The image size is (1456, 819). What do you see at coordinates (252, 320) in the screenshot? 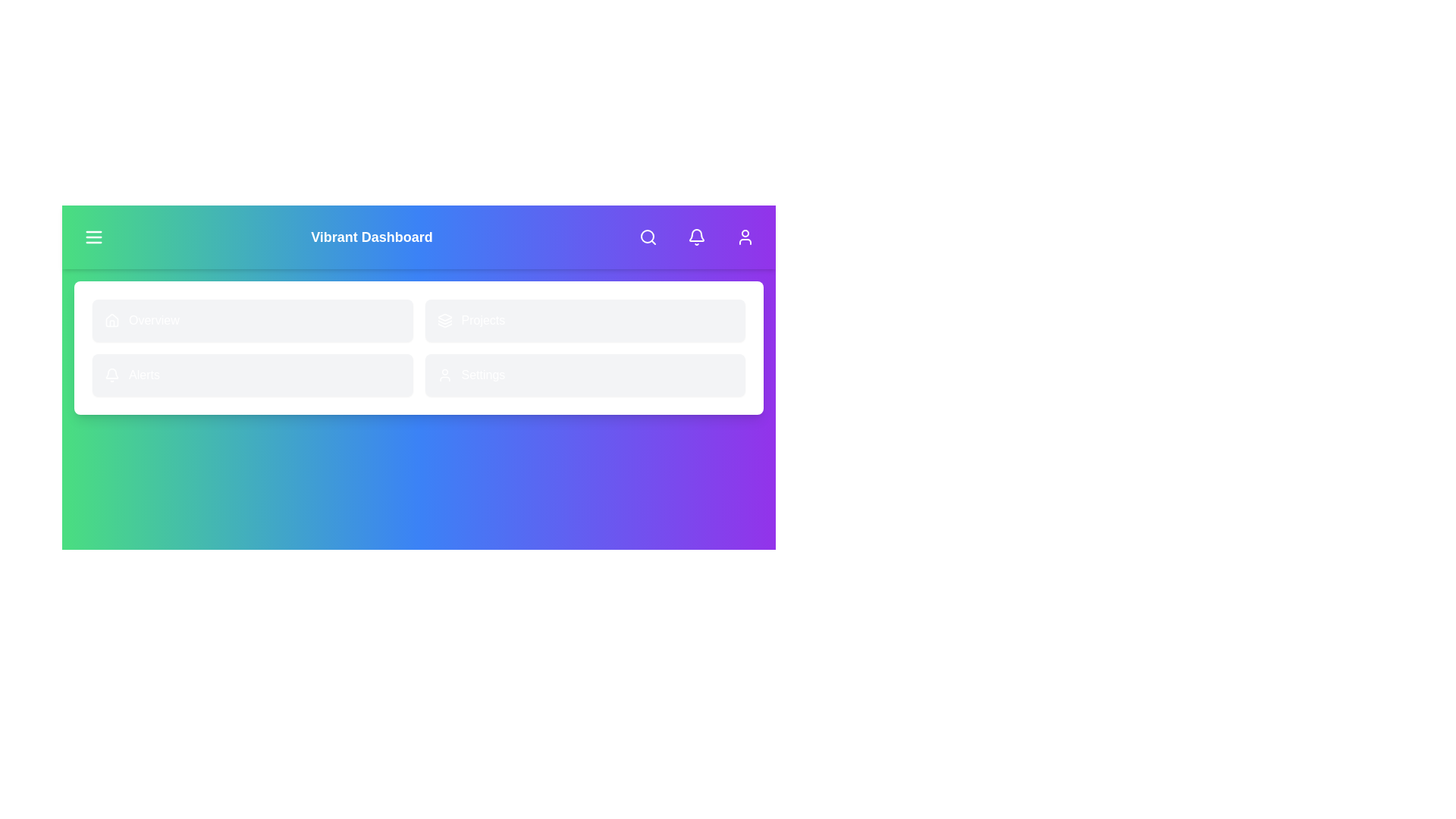
I see `the 'Overview' navigation item located in the navigation menu` at bounding box center [252, 320].